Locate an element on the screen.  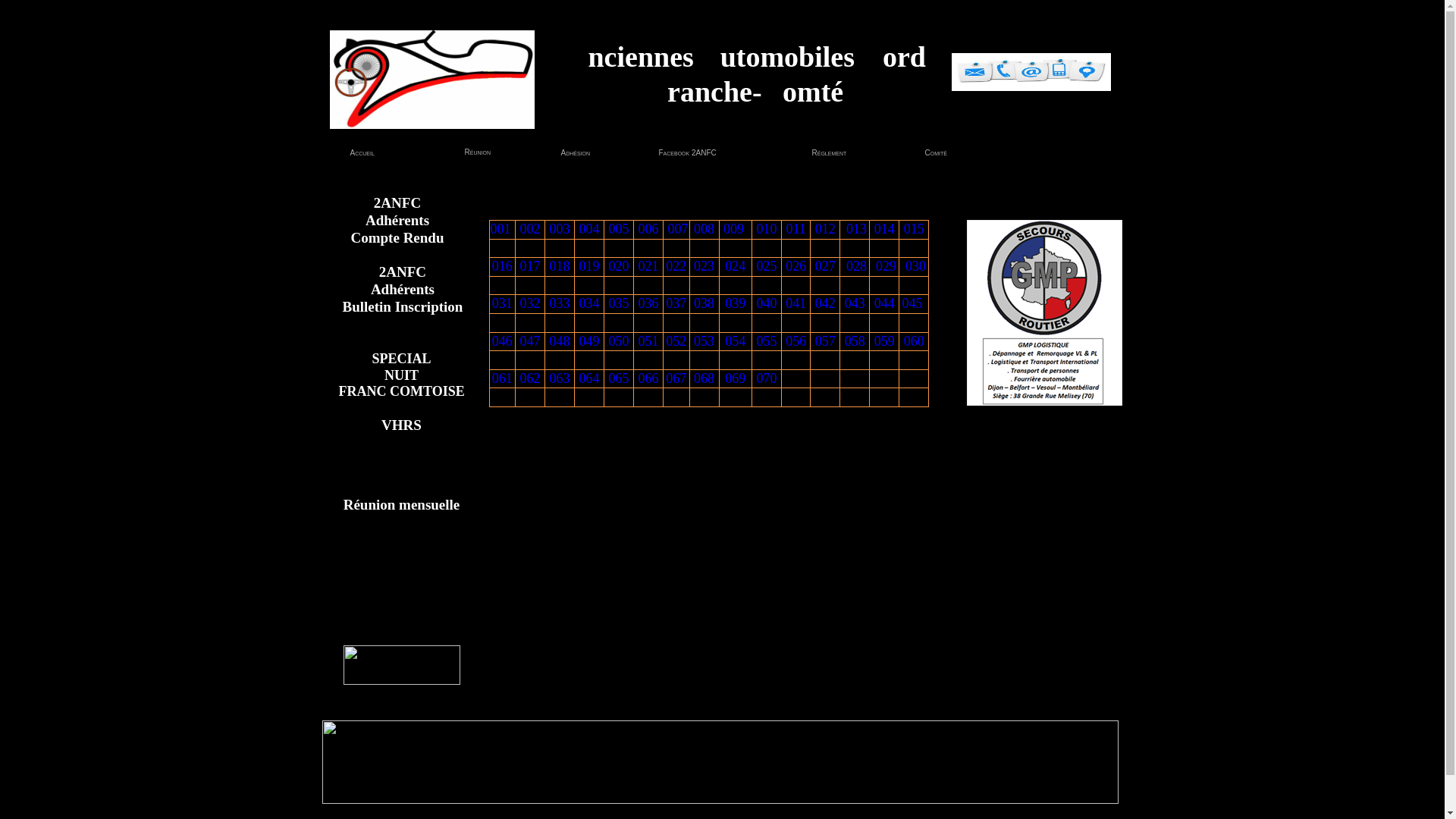
'017' is located at coordinates (530, 265).